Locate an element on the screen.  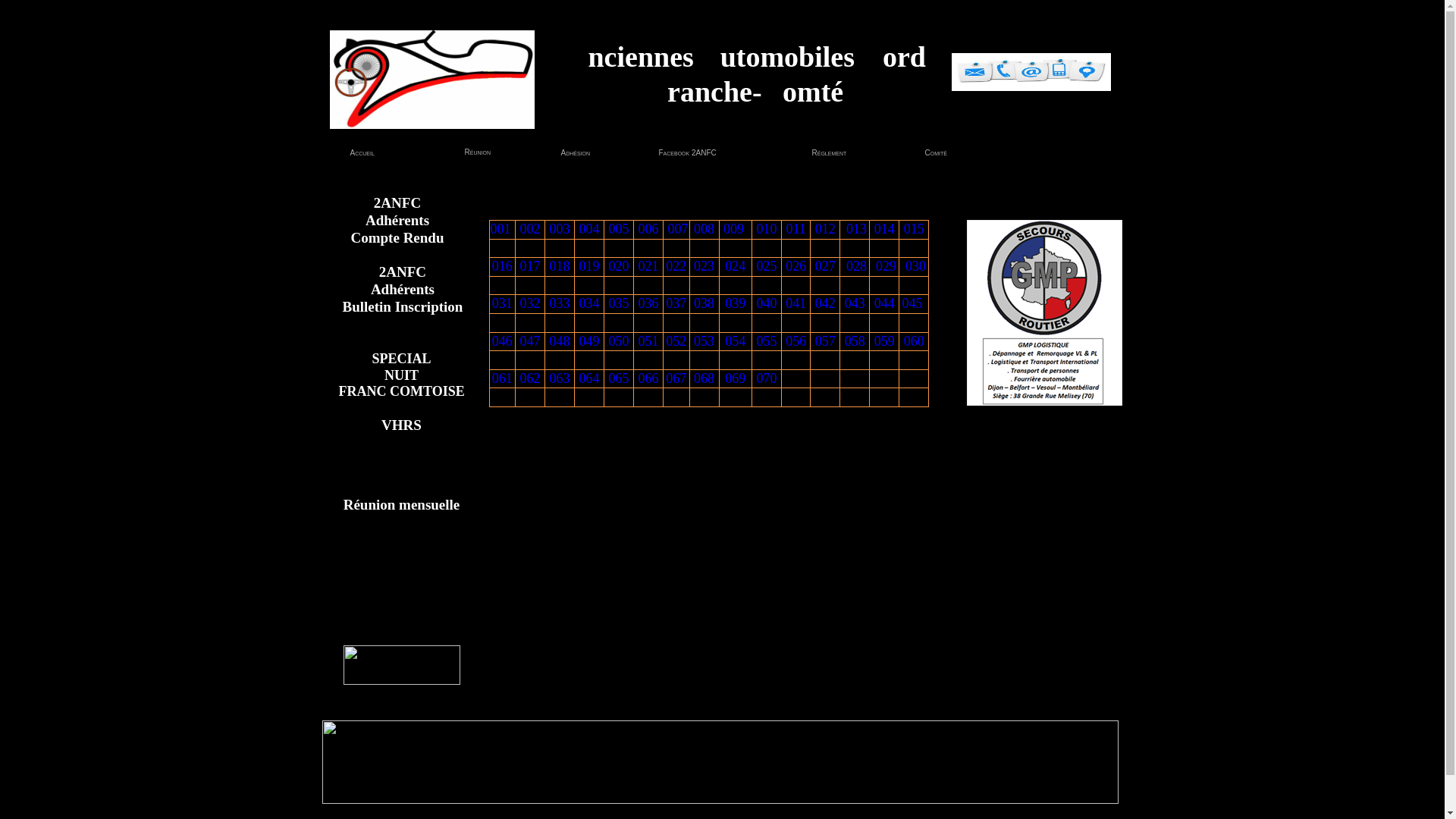
'017' is located at coordinates (530, 265).